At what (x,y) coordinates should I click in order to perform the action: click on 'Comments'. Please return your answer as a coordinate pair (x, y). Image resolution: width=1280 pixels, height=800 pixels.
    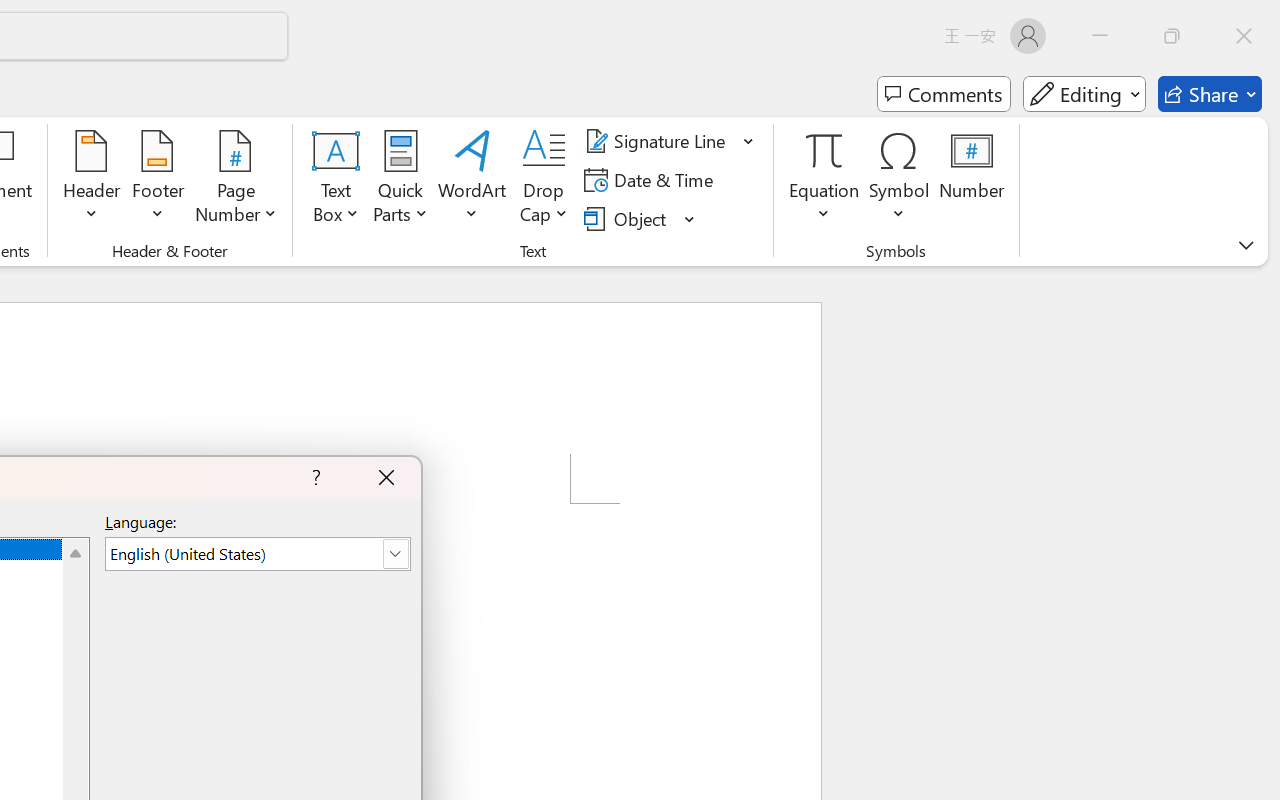
    Looking at the image, I should click on (943, 94).